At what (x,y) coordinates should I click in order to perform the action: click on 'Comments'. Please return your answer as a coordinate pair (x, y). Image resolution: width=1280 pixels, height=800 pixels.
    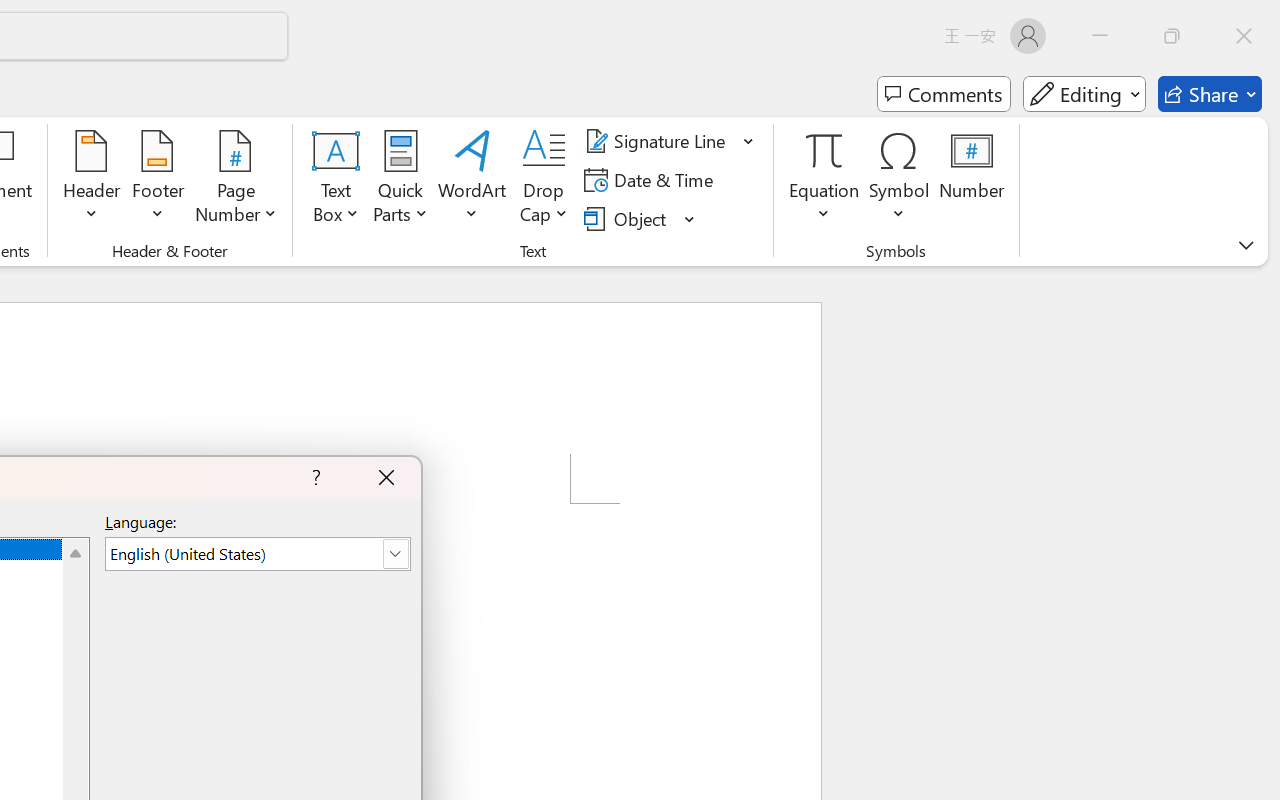
    Looking at the image, I should click on (943, 94).